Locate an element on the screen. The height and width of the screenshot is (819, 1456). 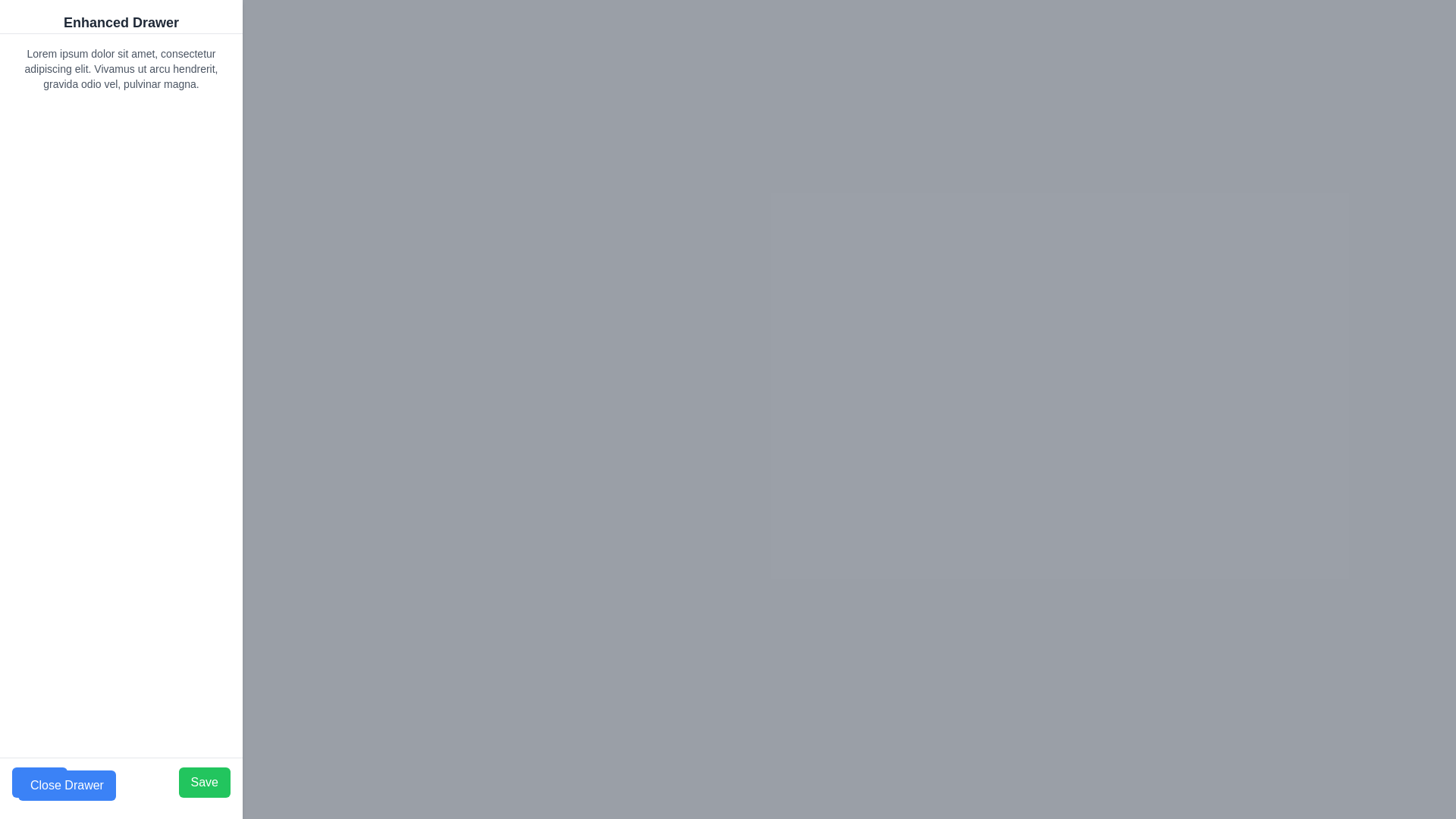
the Text block displaying descriptive information located beneath the 'Enhanced Drawer' header on the left panel of the interface is located at coordinates (120, 69).